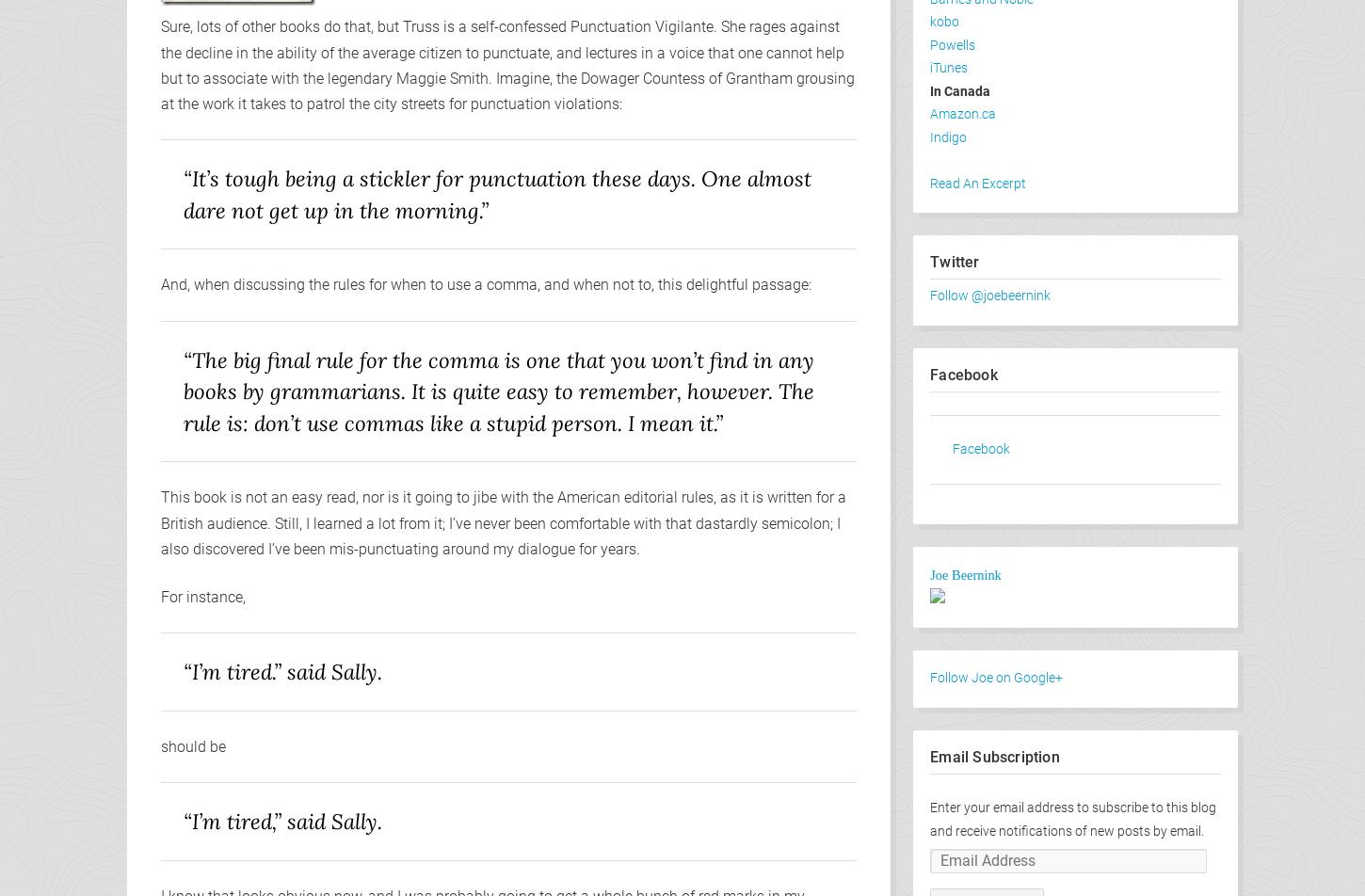 This screenshot has height=896, width=1365. I want to click on 'Indigo', so click(948, 136).